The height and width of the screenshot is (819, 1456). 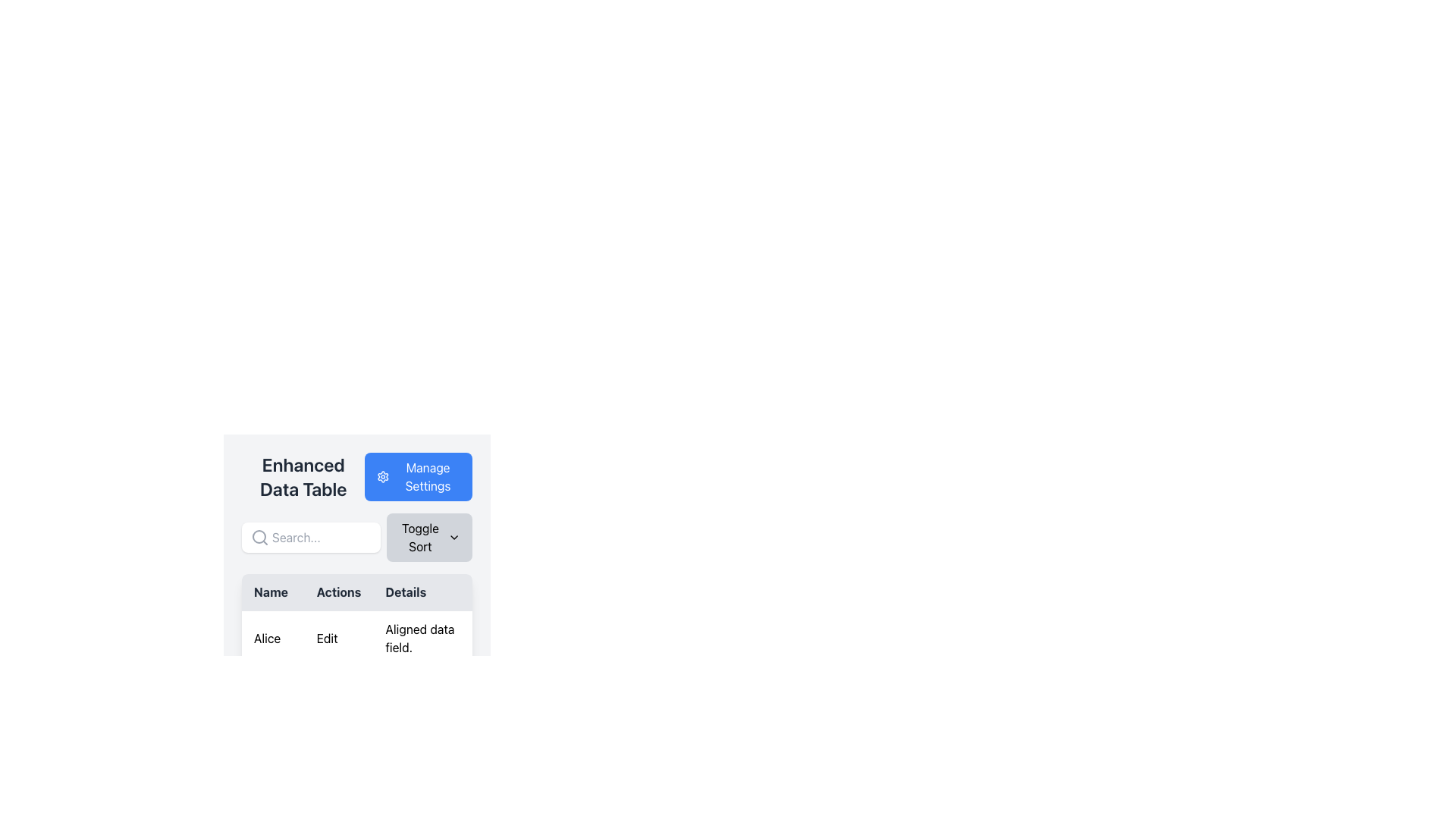 I want to click on the text label displaying 'Name', which is styled with bold, dark-colored text and is the first item in the header row of the table, so click(x=273, y=591).